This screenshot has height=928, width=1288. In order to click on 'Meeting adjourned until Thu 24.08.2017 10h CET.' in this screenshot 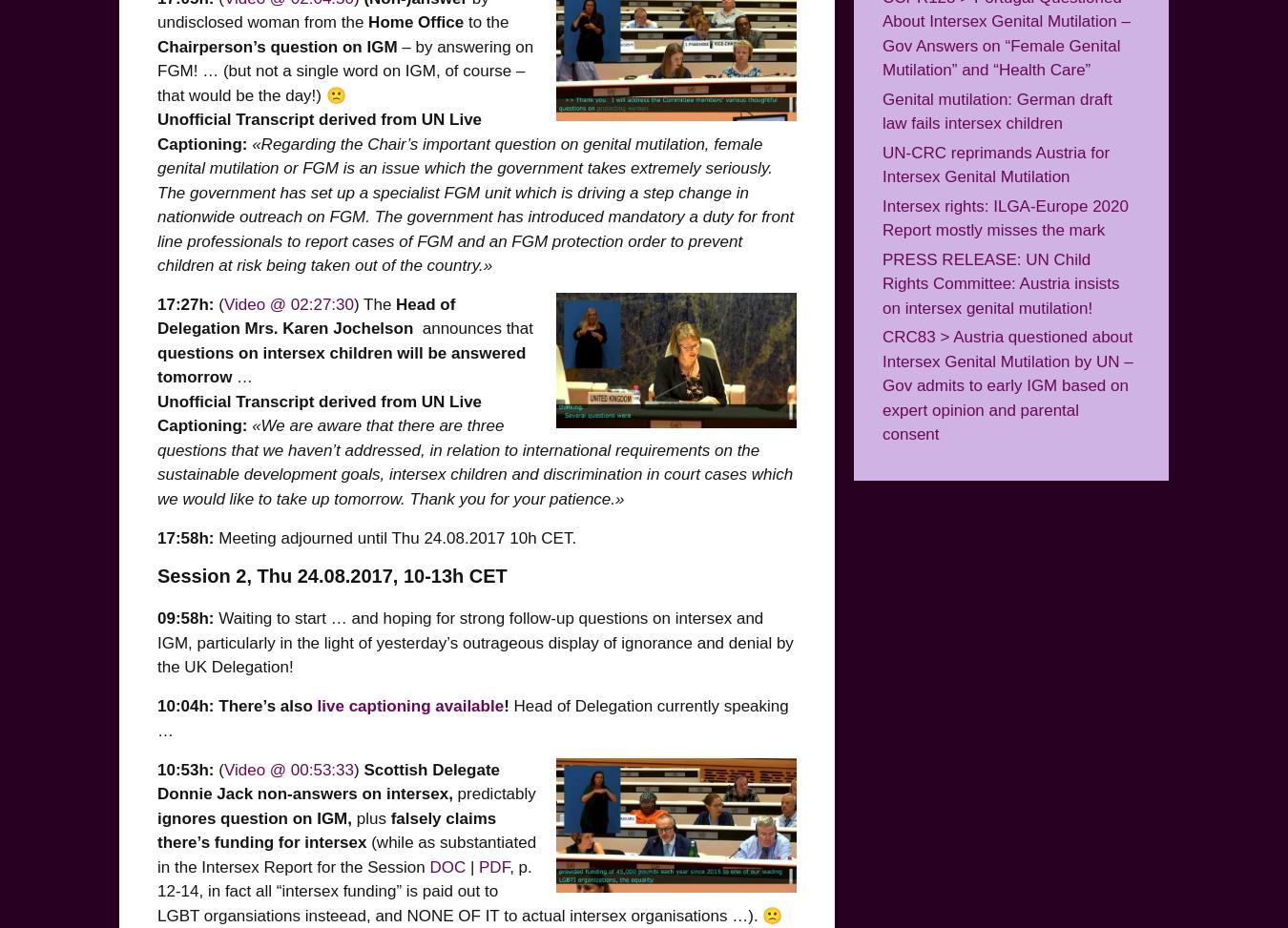, I will do `click(395, 537)`.